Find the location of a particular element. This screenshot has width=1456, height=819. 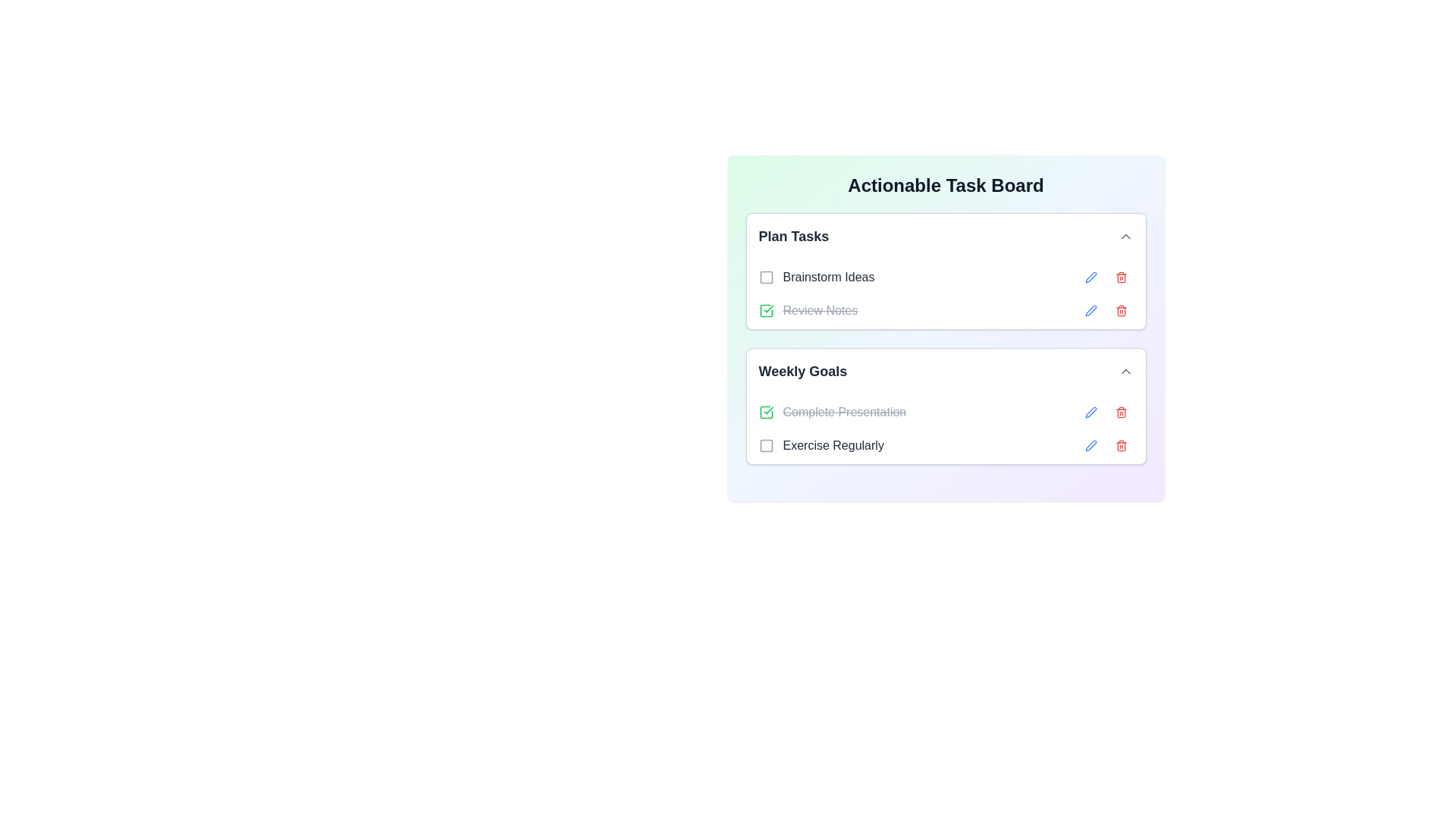

the checkbox next to the 'Brainstorm Ideas' text label in the 'Plan Tasks' section is located at coordinates (815, 278).